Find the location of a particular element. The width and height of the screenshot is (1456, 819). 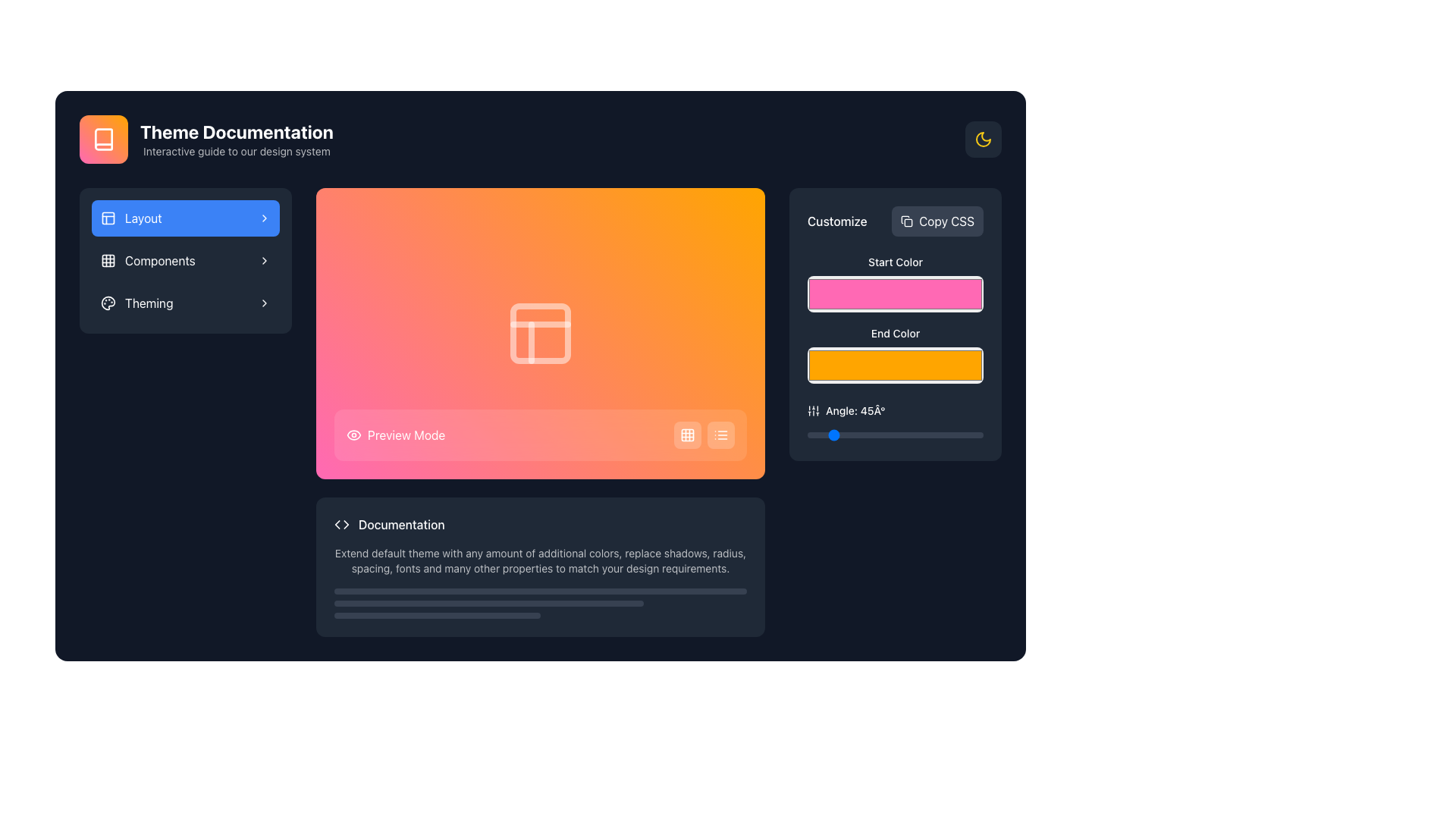

the slider value is located at coordinates (919, 435).